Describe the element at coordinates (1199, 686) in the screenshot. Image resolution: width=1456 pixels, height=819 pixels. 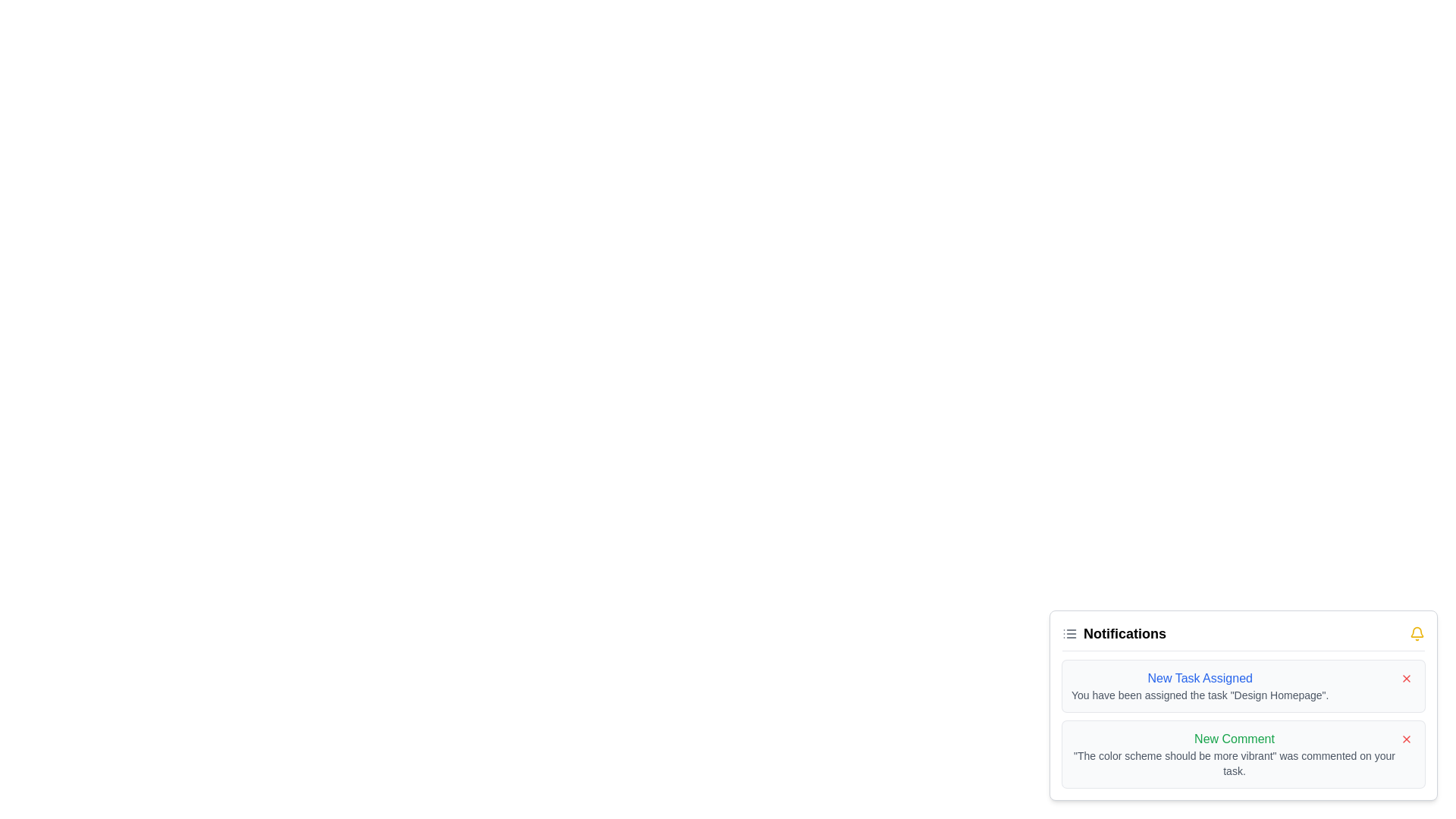
I see `the text block that notifies the user about a new task, located in the middle area of the notification panel, above the 'New Comment' notification` at that location.